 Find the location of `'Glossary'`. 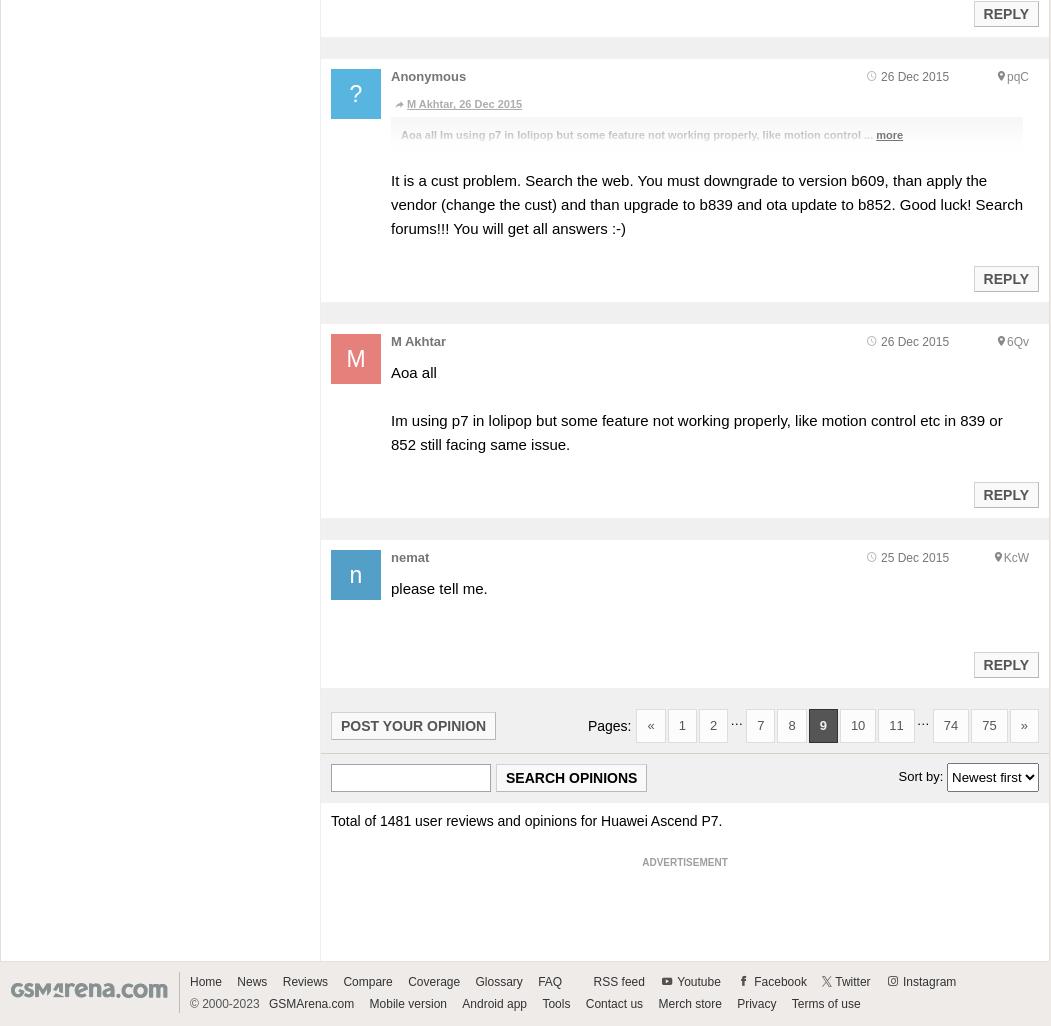

'Glossary' is located at coordinates (498, 980).